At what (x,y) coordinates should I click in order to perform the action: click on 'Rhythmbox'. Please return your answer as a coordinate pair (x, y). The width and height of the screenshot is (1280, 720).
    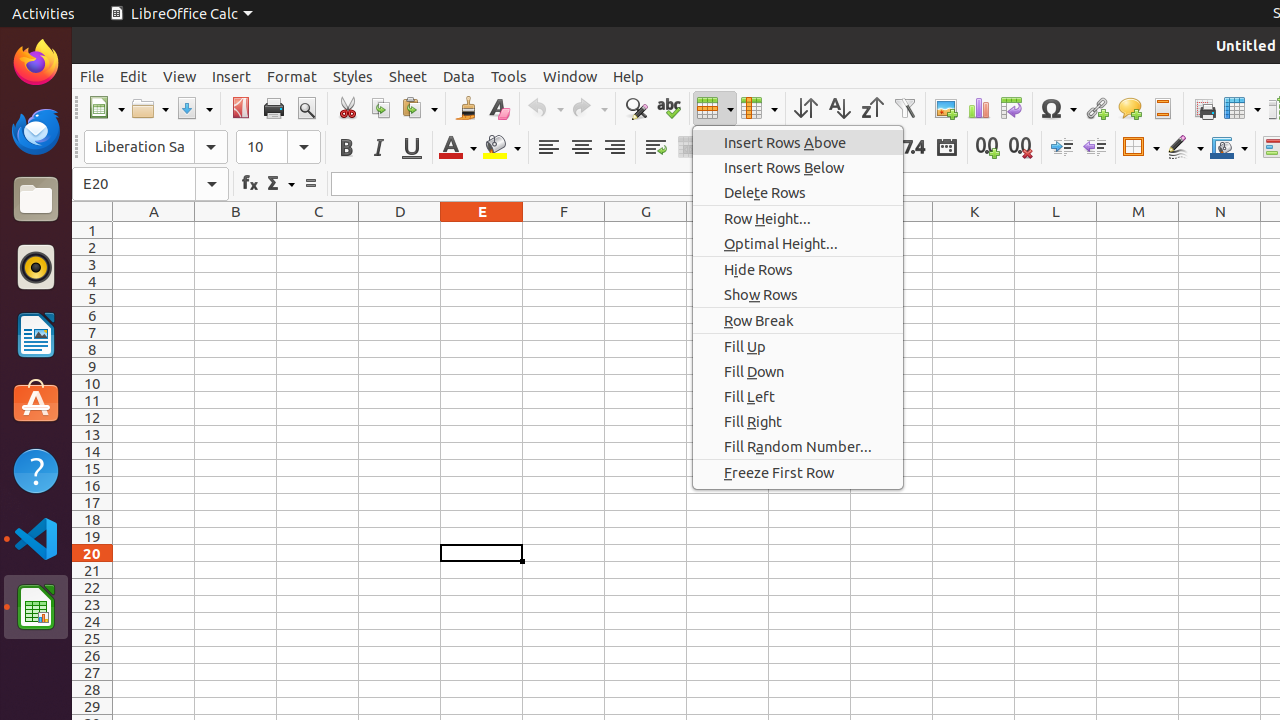
    Looking at the image, I should click on (35, 265).